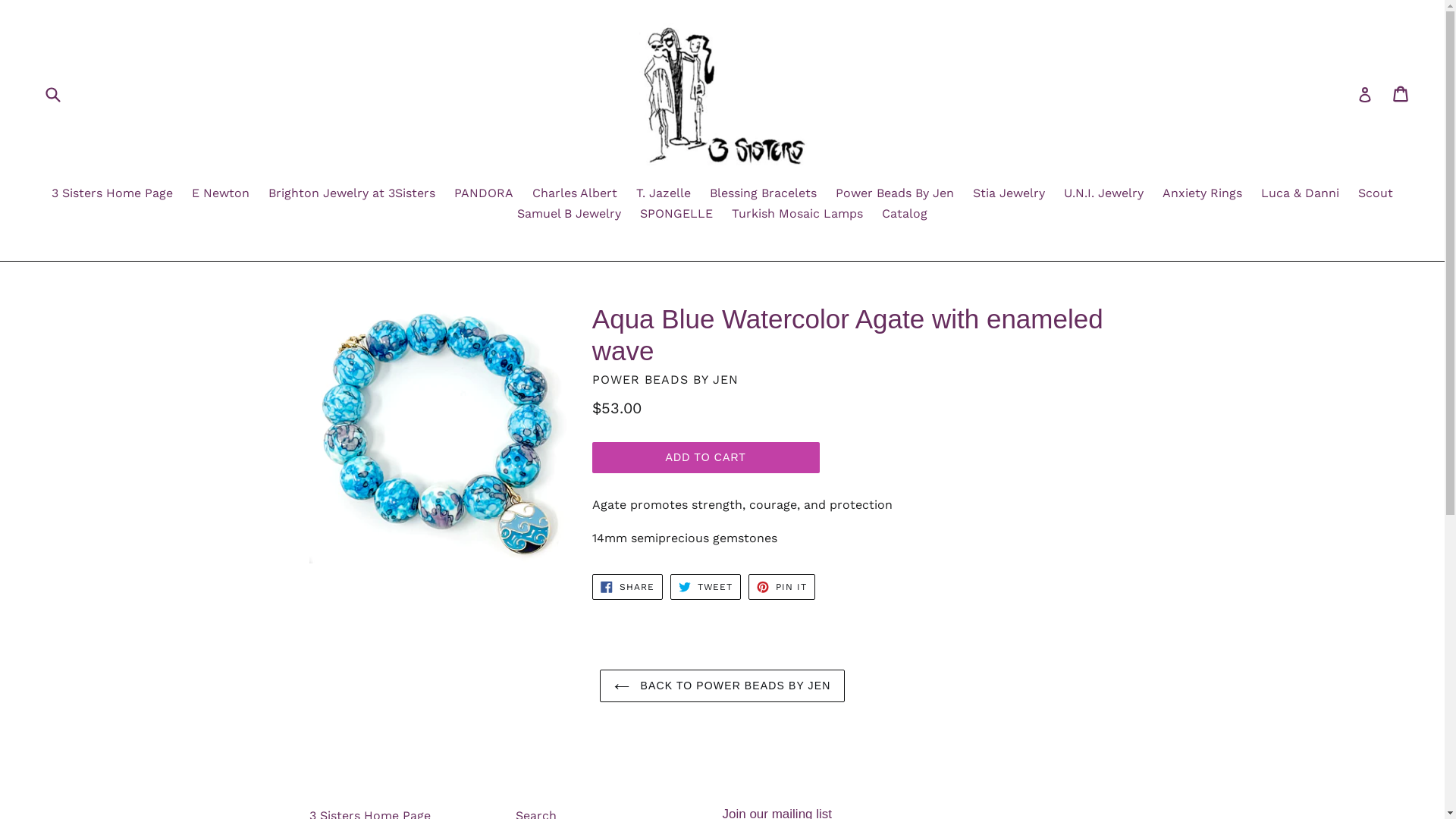 This screenshot has height=819, width=1456. What do you see at coordinates (111, 193) in the screenshot?
I see `'3 Sisters Home Page'` at bounding box center [111, 193].